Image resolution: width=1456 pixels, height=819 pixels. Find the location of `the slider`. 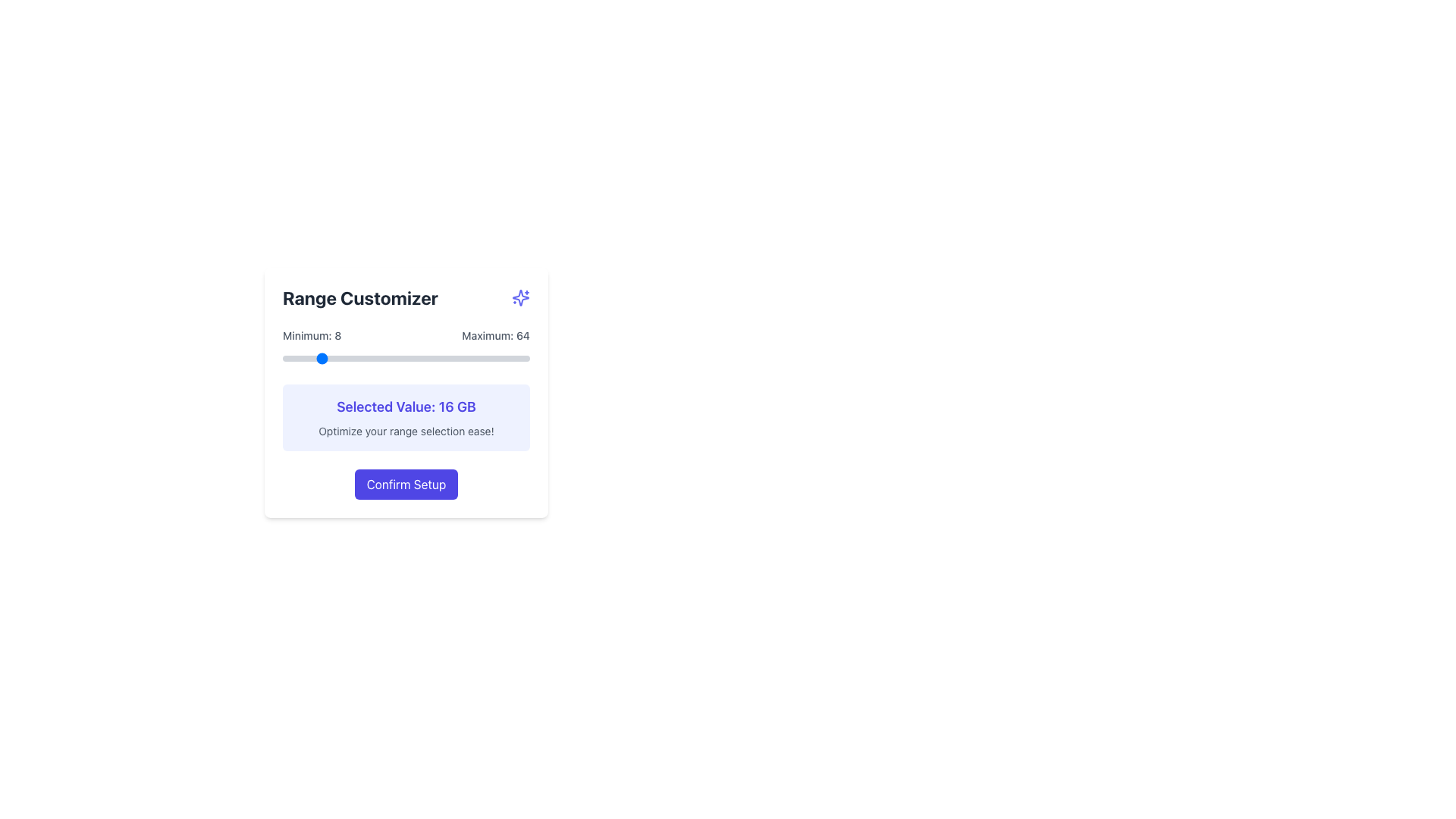

the slider is located at coordinates (384, 359).